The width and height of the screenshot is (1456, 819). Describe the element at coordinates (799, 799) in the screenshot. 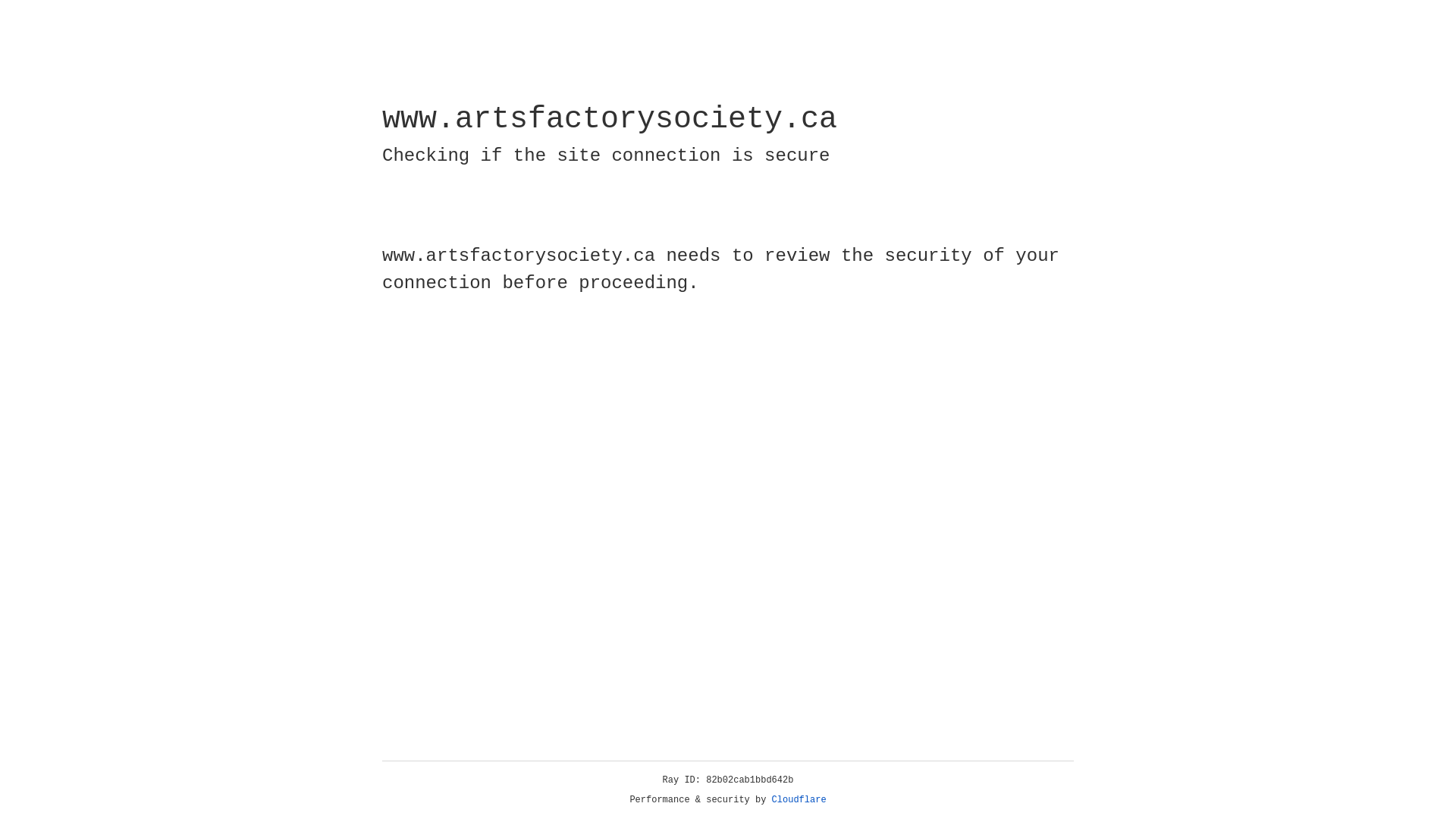

I see `'Cloudflare'` at that location.